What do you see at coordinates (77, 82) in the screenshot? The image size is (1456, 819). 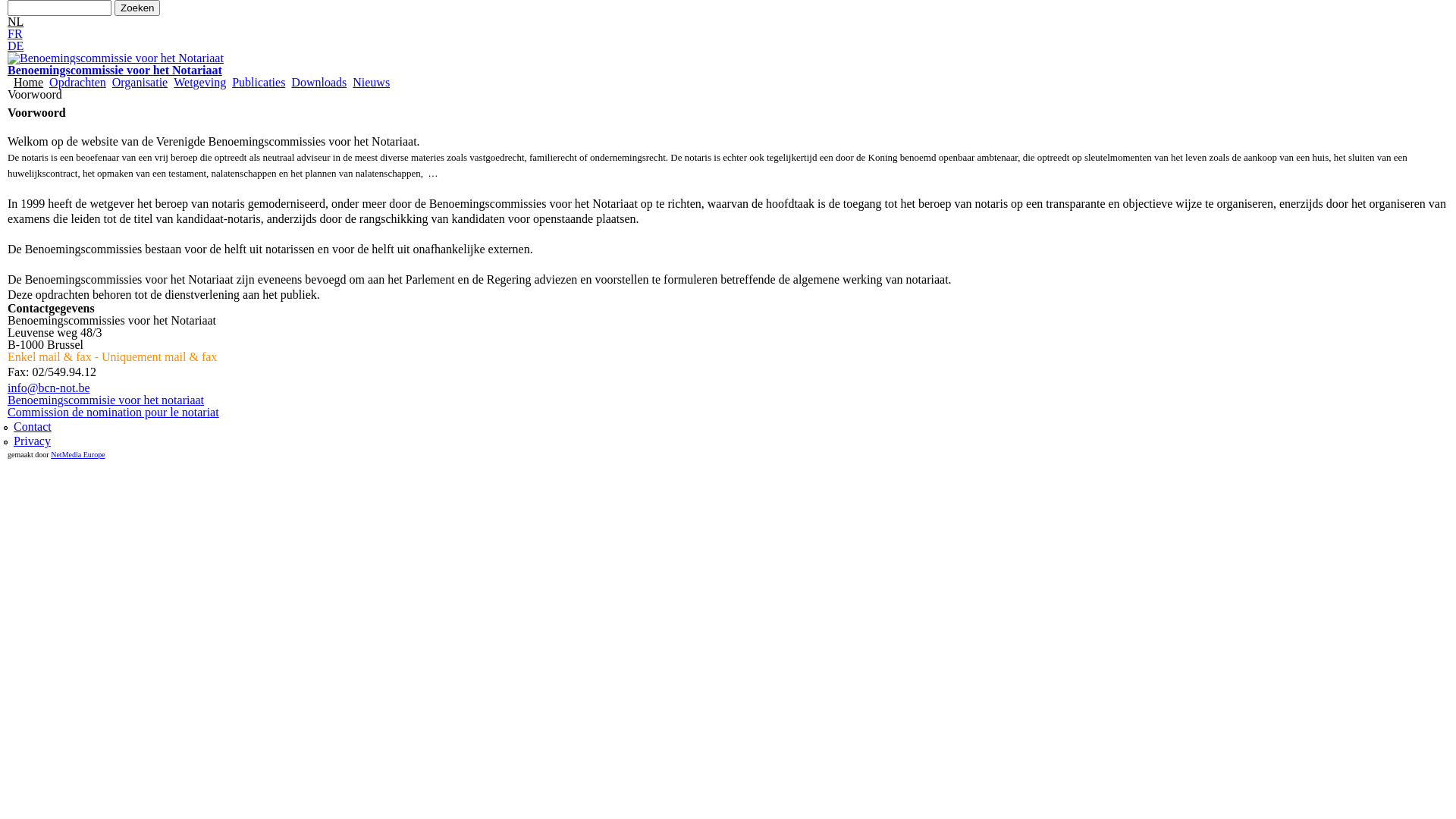 I see `'Opdrachten'` at bounding box center [77, 82].